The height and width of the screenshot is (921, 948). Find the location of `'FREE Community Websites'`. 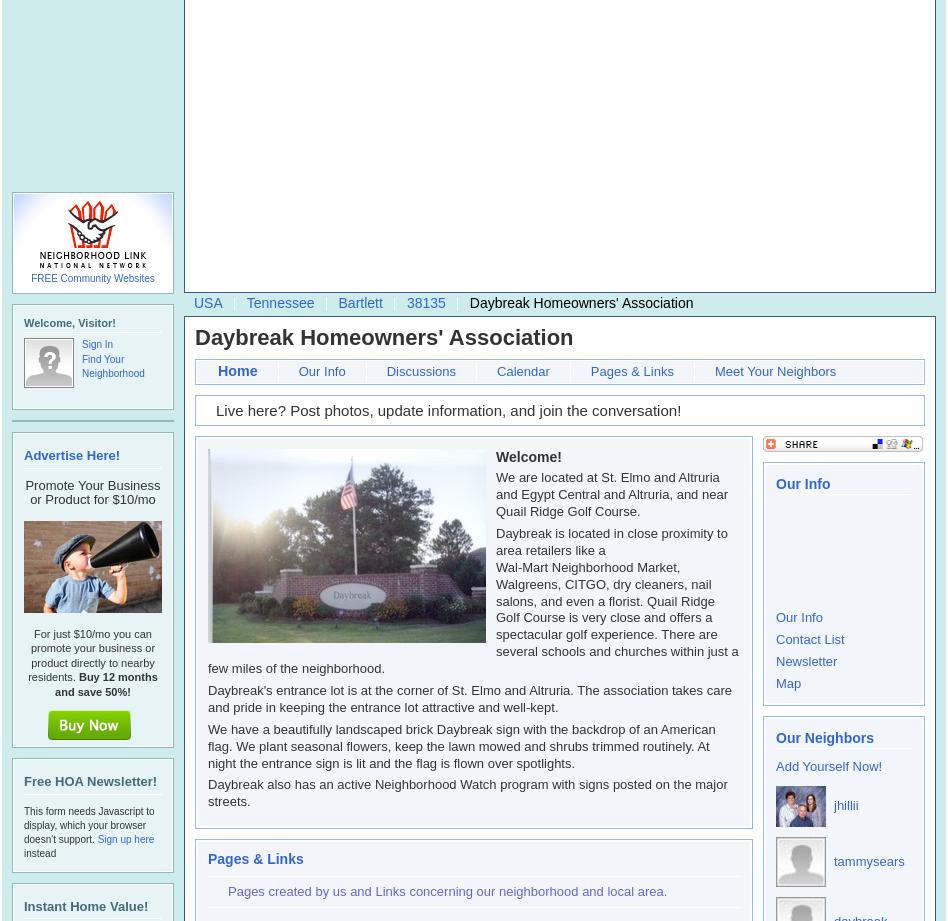

'FREE Community Websites' is located at coordinates (92, 277).